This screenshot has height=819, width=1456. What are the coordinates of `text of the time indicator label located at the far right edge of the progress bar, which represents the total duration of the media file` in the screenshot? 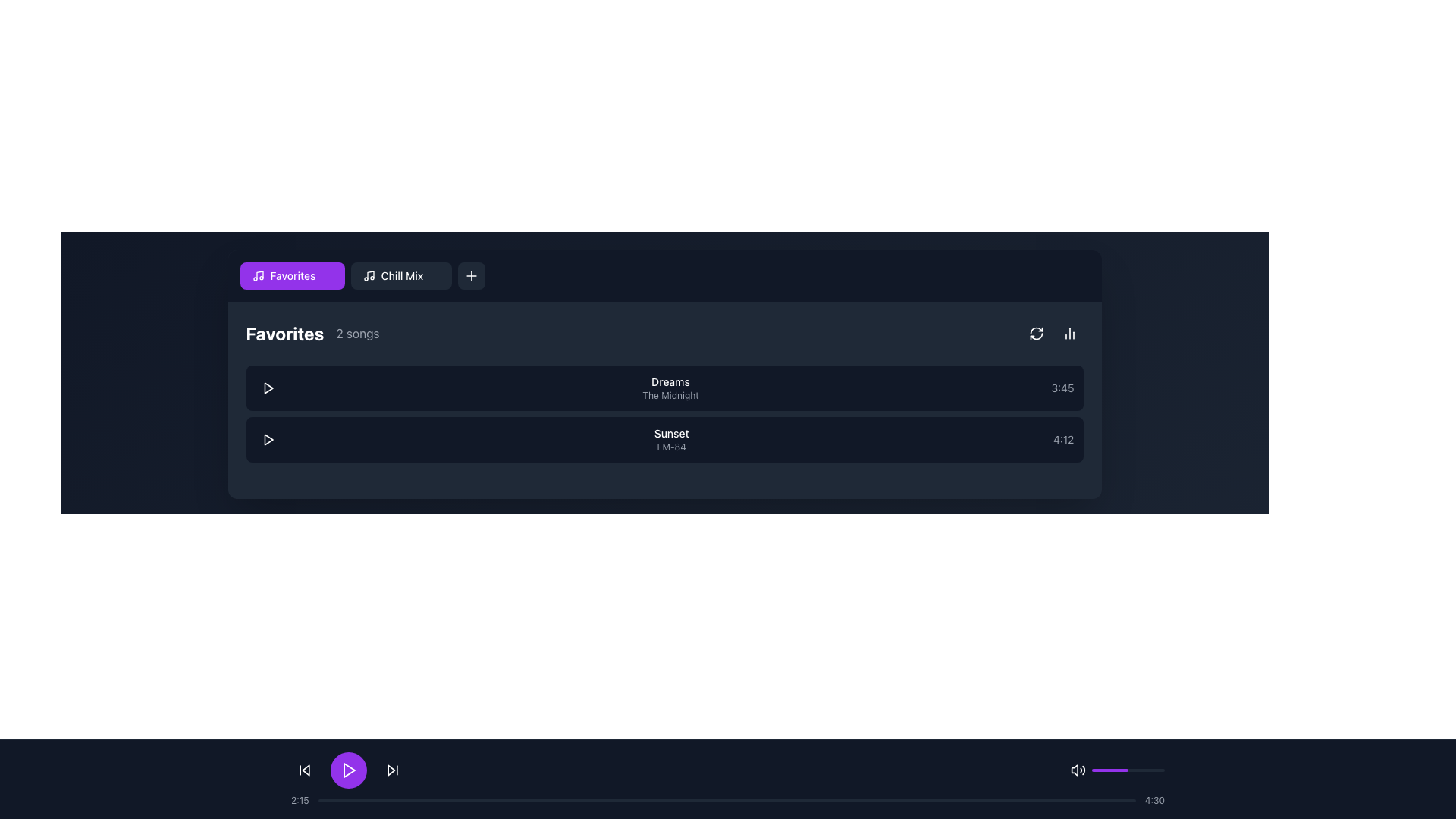 It's located at (1153, 800).